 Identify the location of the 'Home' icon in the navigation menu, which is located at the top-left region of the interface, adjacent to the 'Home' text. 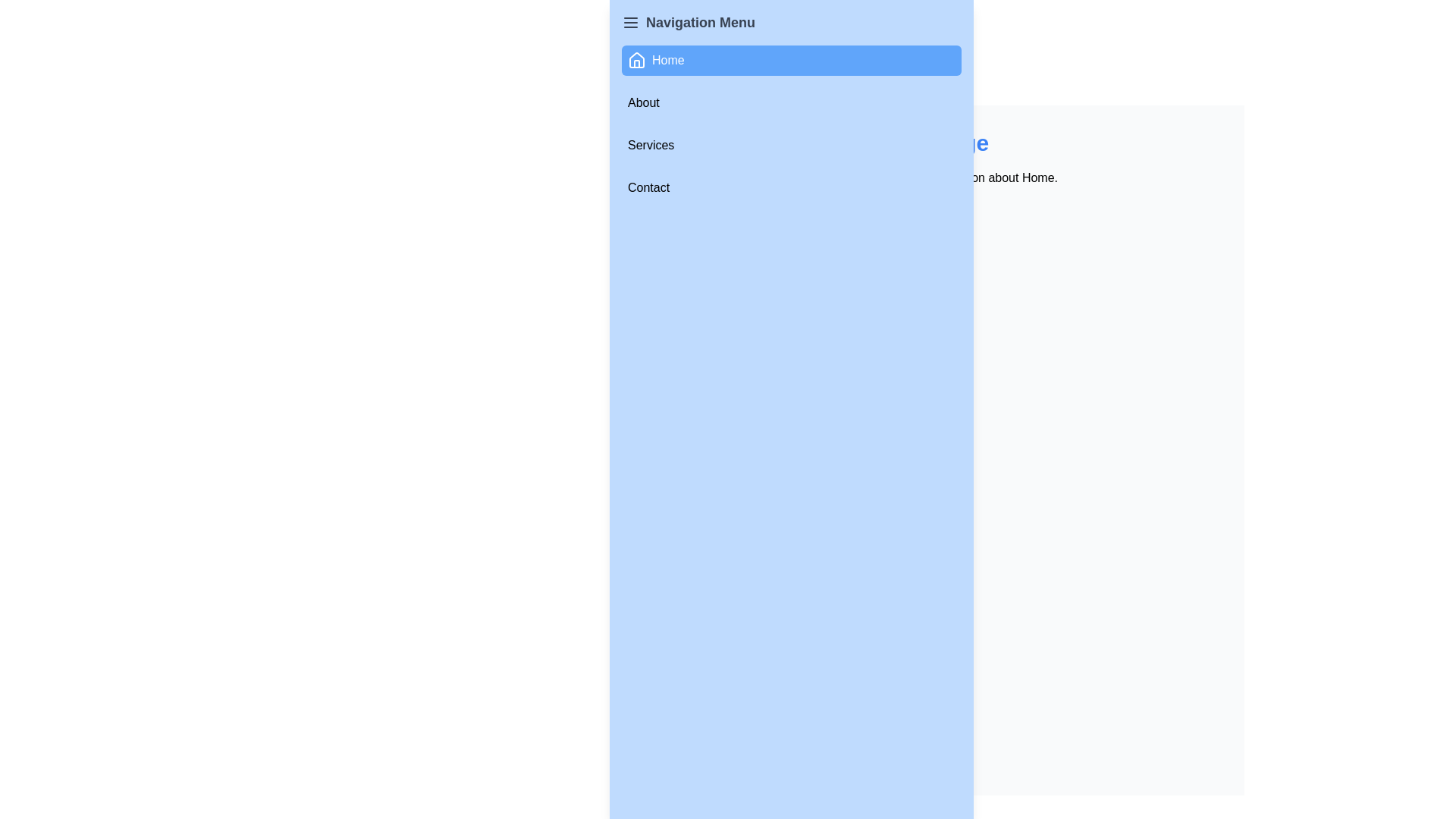
(637, 63).